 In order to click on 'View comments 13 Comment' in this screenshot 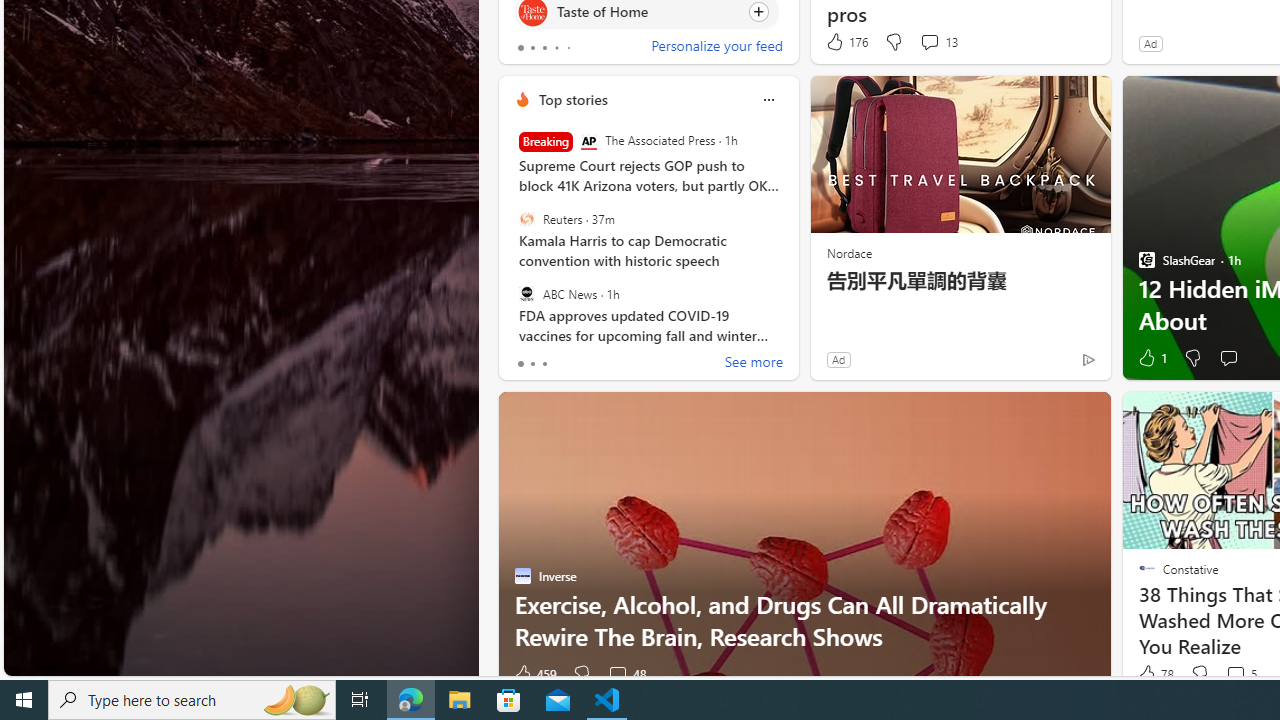, I will do `click(928, 41)`.